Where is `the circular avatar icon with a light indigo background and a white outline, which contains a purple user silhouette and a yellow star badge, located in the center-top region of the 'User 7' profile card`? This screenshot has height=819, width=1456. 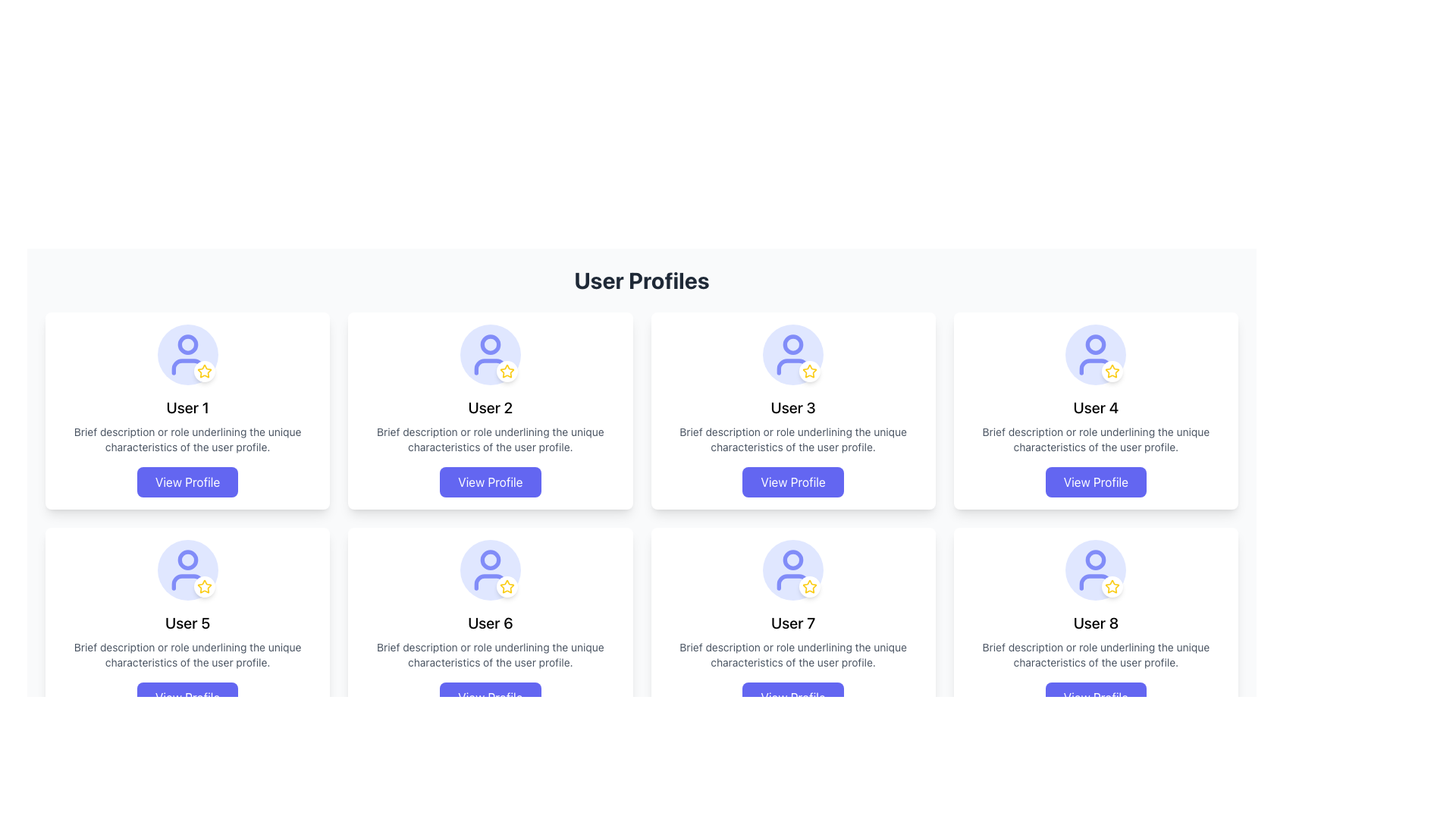 the circular avatar icon with a light indigo background and a white outline, which contains a purple user silhouette and a yellow star badge, located in the center-top region of the 'User 7' profile card is located at coordinates (792, 570).